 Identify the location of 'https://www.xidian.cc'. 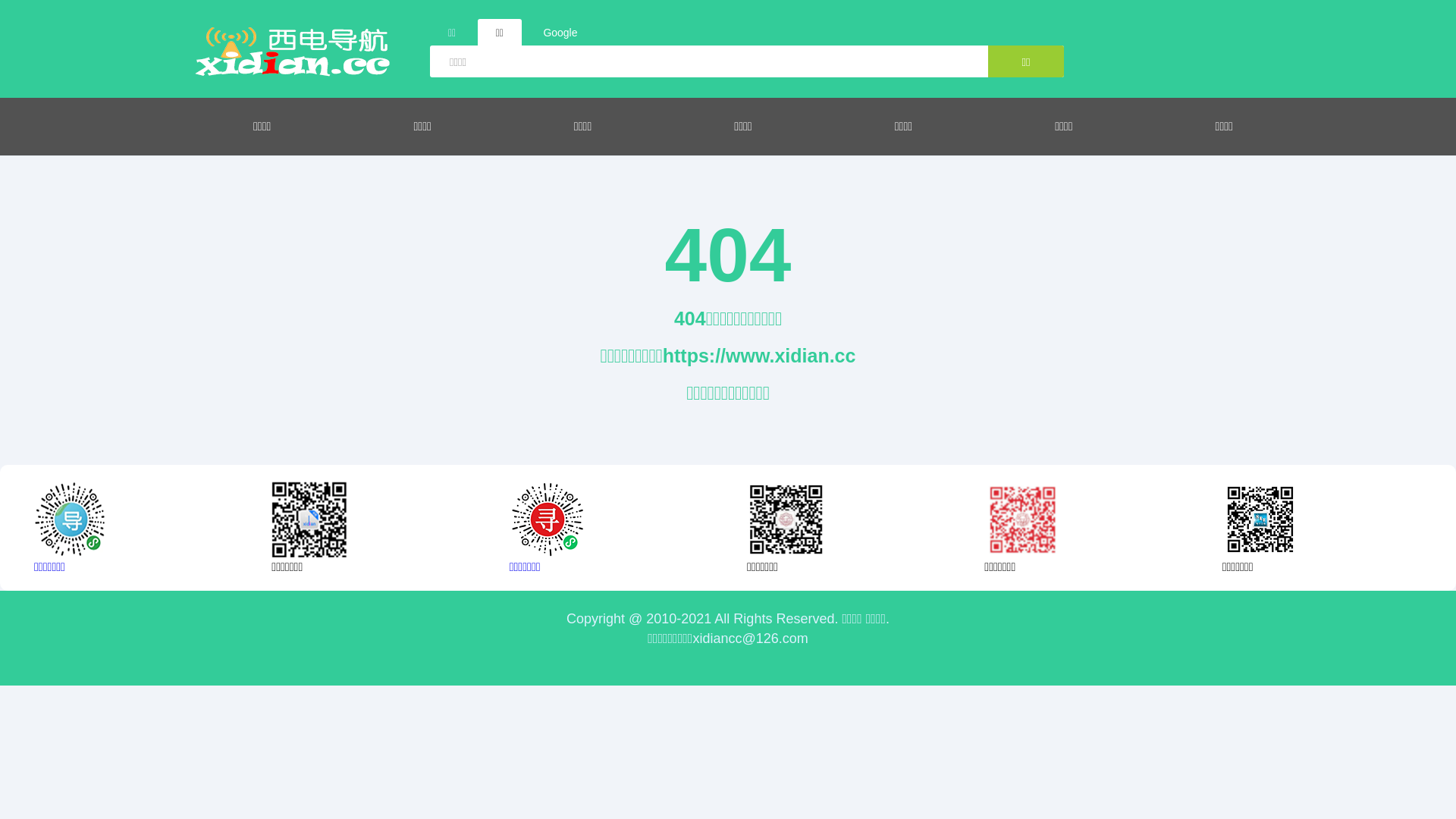
(759, 356).